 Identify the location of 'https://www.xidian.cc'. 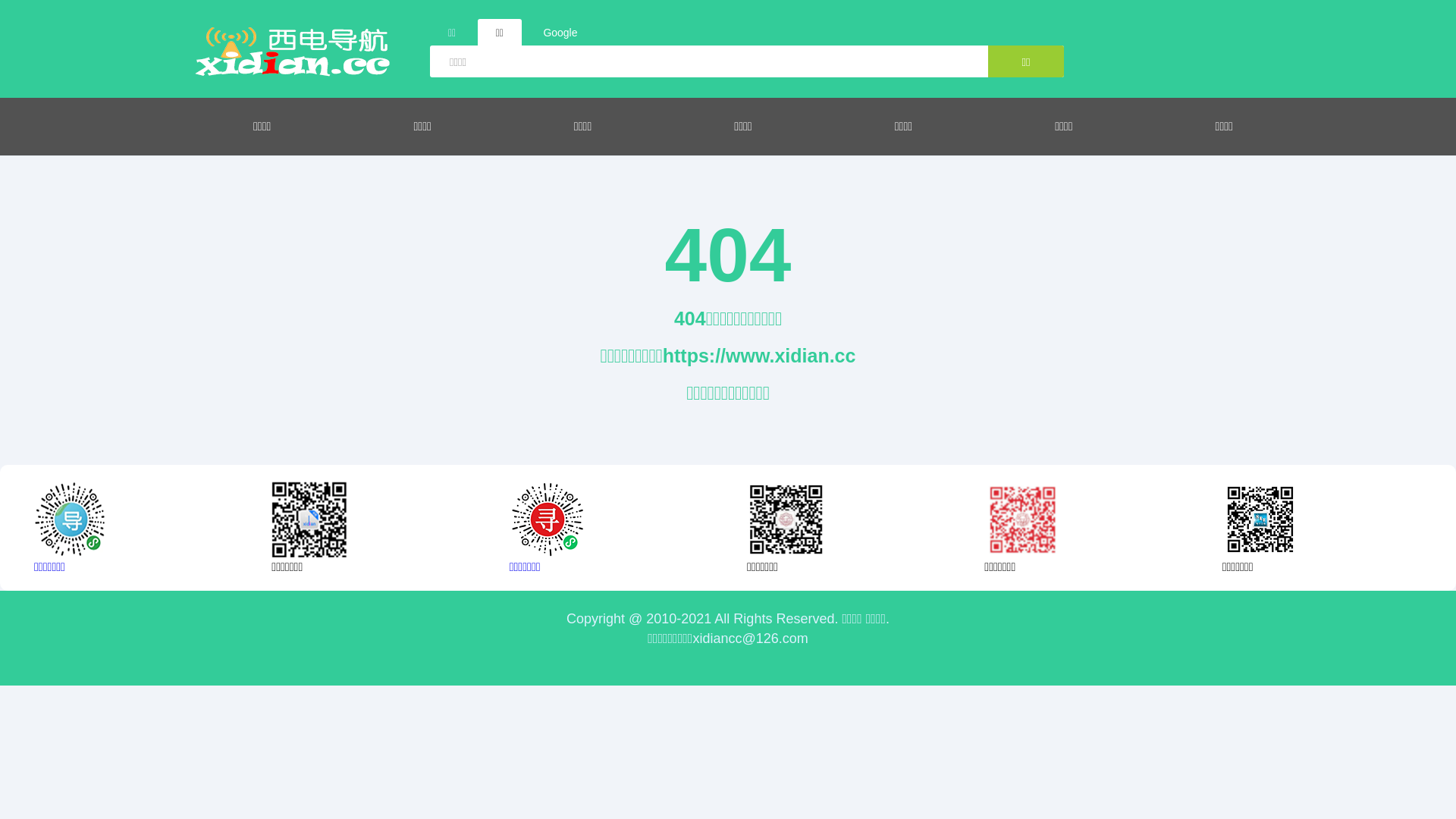
(759, 356).